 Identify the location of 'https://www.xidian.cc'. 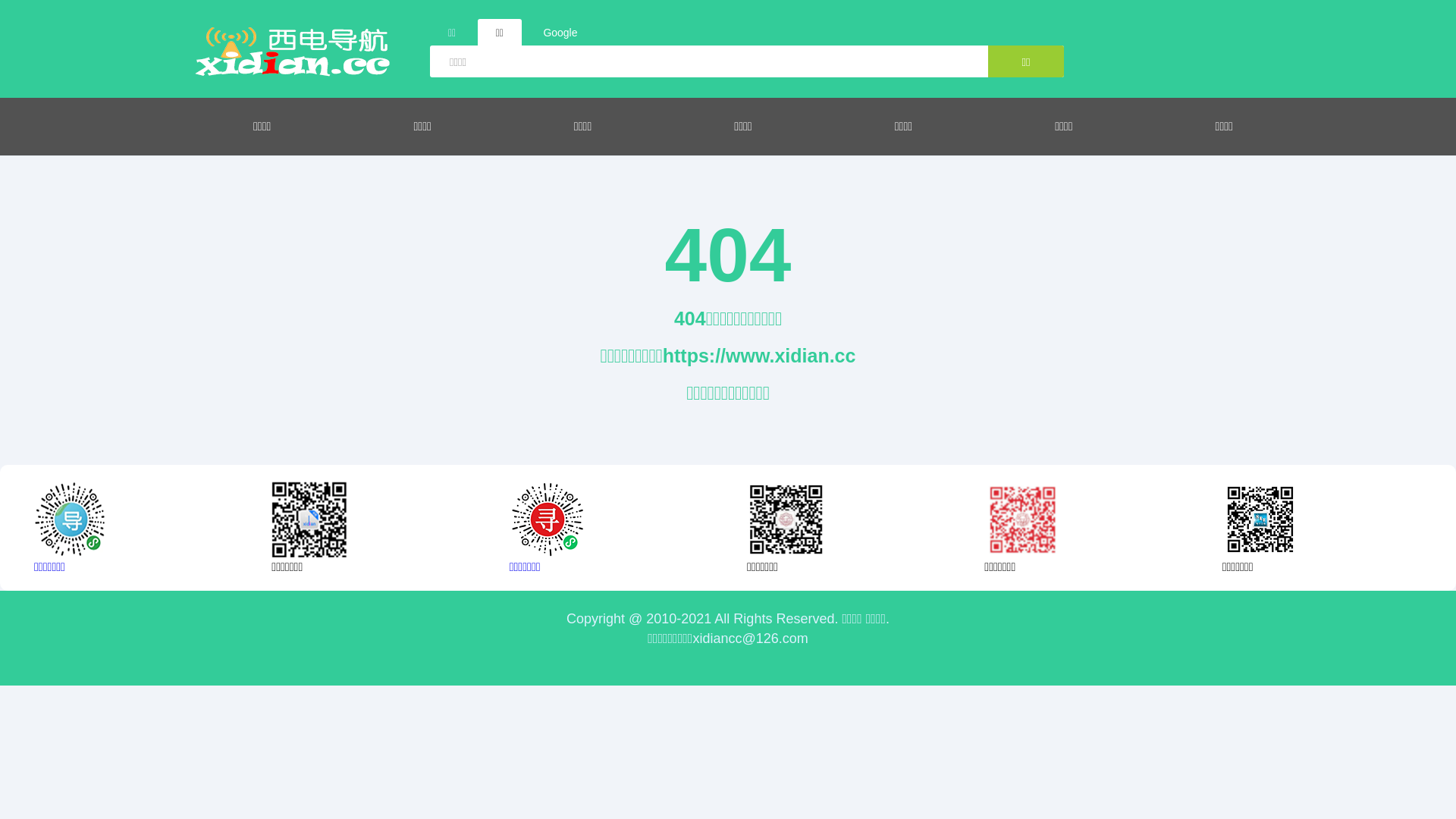
(759, 356).